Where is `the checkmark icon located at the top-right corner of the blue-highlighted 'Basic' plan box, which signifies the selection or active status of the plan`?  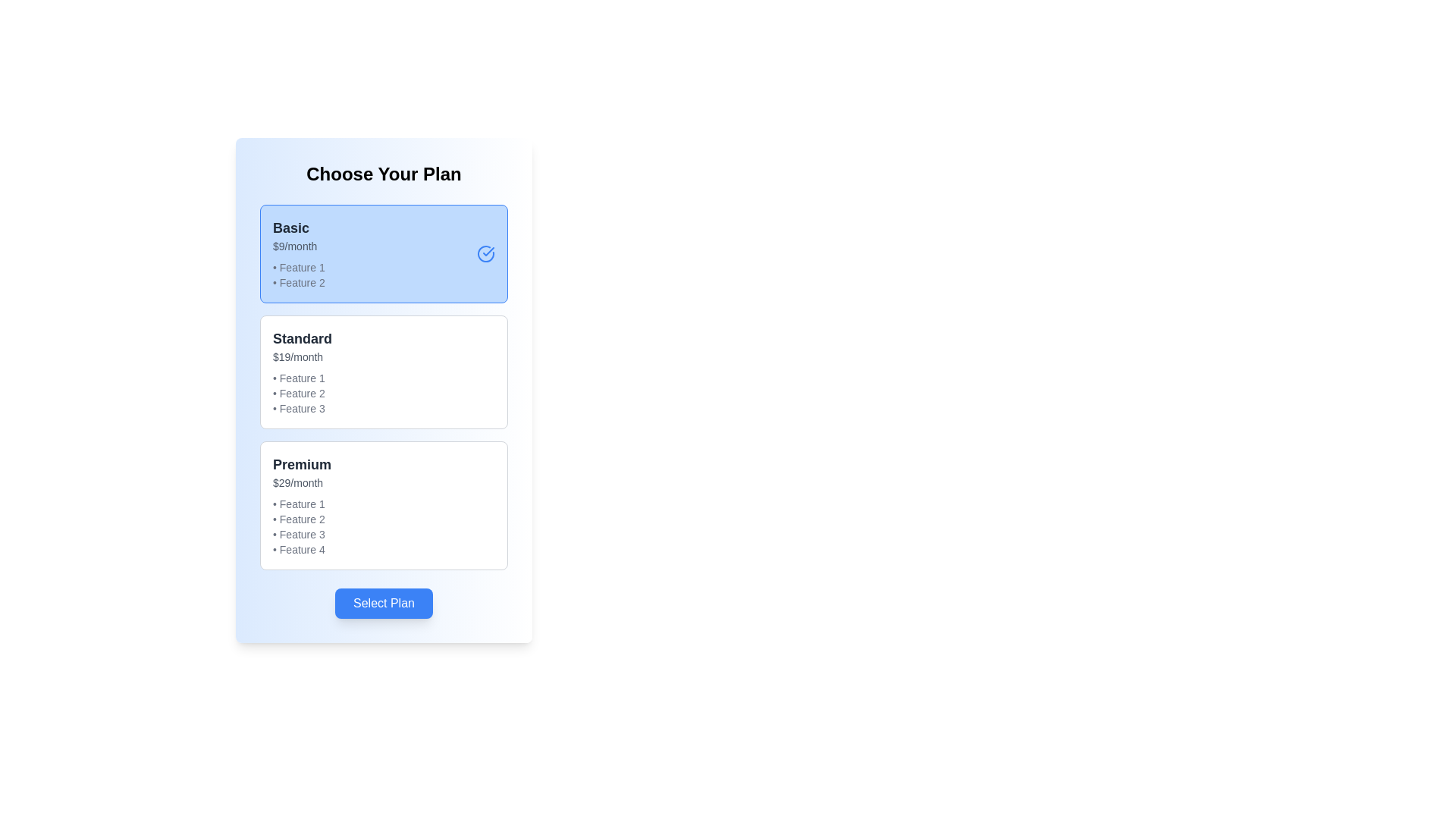
the checkmark icon located at the top-right corner of the blue-highlighted 'Basic' plan box, which signifies the selection or active status of the plan is located at coordinates (488, 250).